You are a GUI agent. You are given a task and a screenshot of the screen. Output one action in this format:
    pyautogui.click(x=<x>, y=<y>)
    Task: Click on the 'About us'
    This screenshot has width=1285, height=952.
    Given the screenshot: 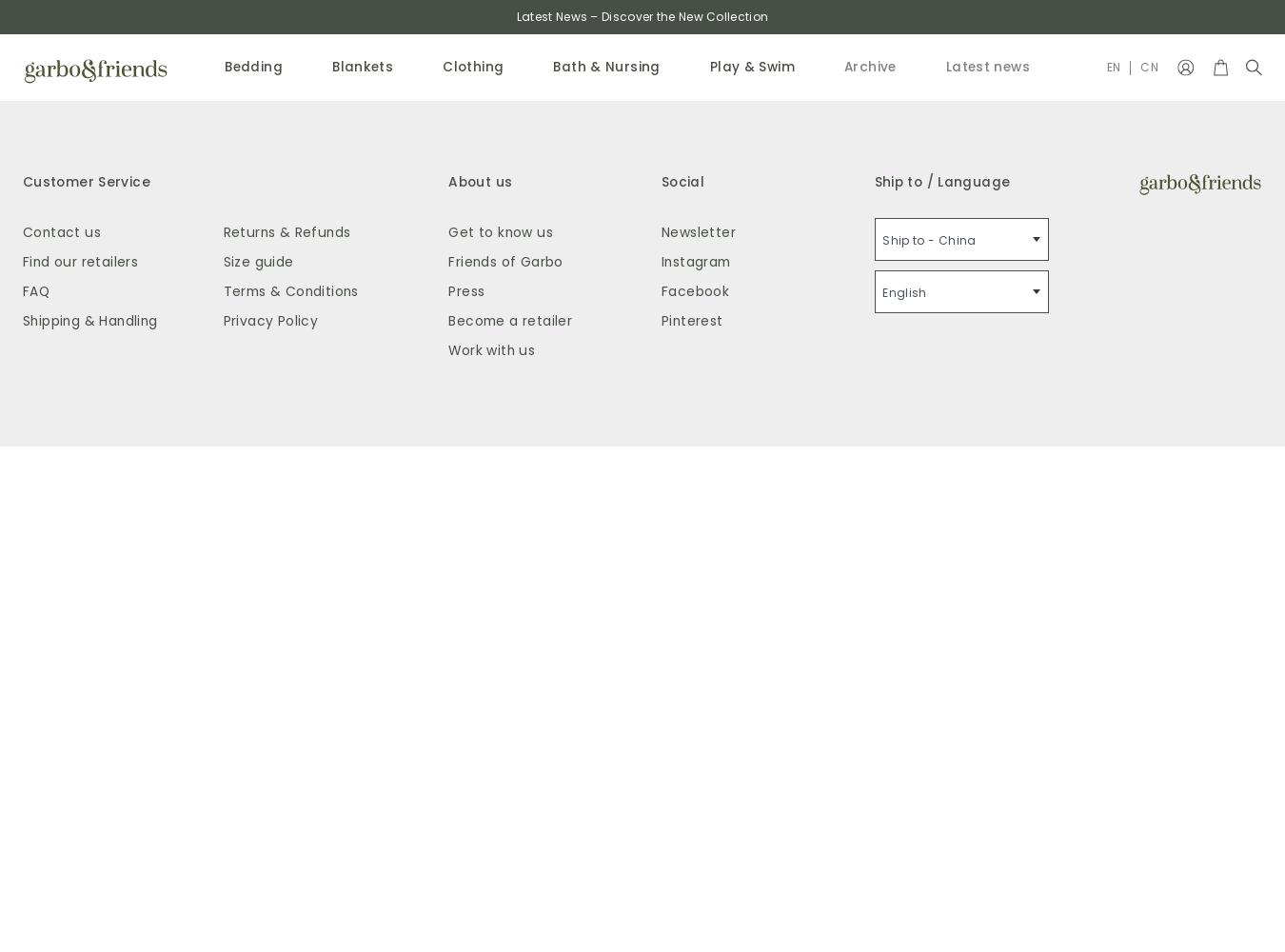 What is the action you would take?
    pyautogui.click(x=479, y=180)
    